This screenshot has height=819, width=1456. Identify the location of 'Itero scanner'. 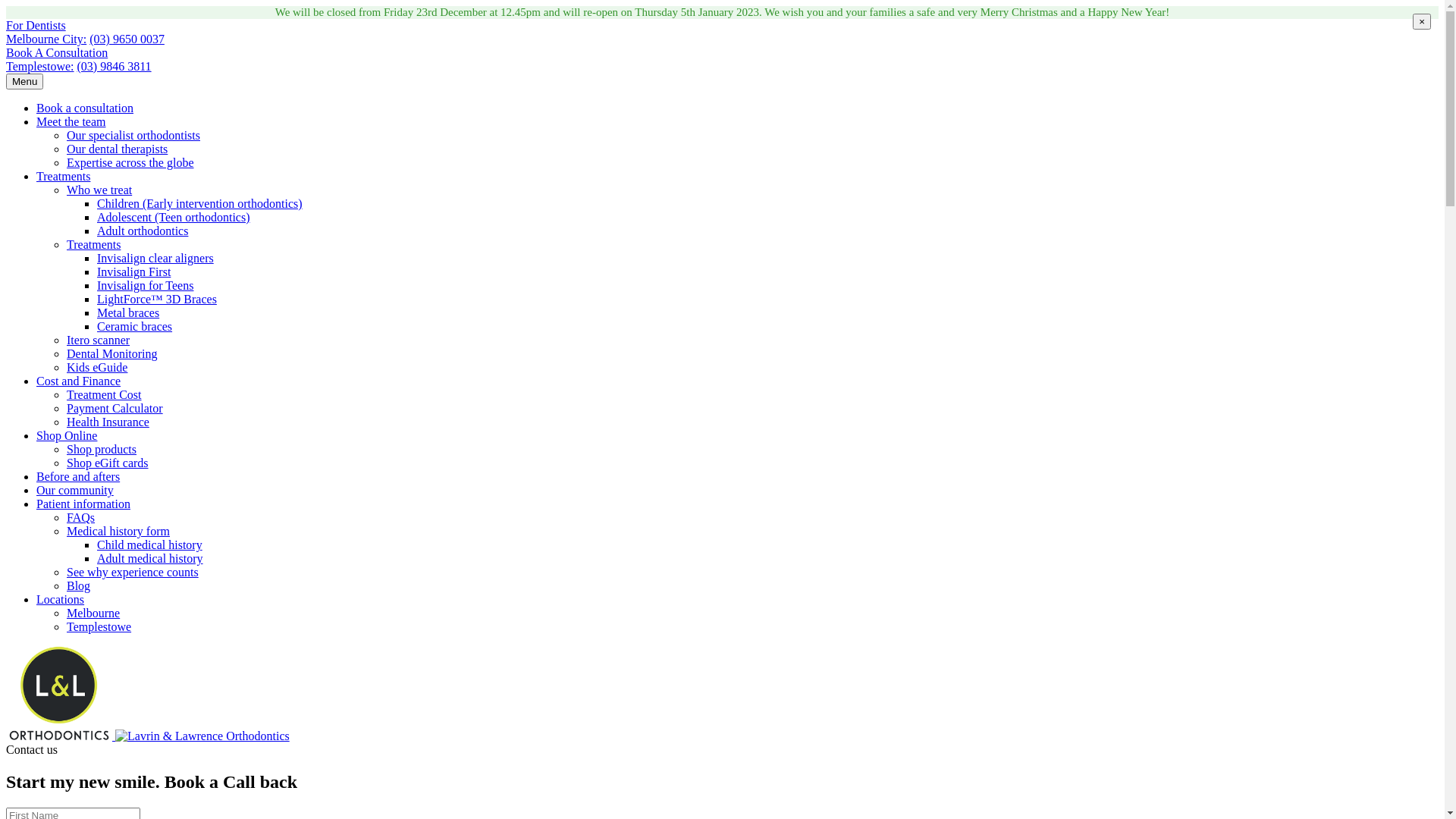
(97, 339).